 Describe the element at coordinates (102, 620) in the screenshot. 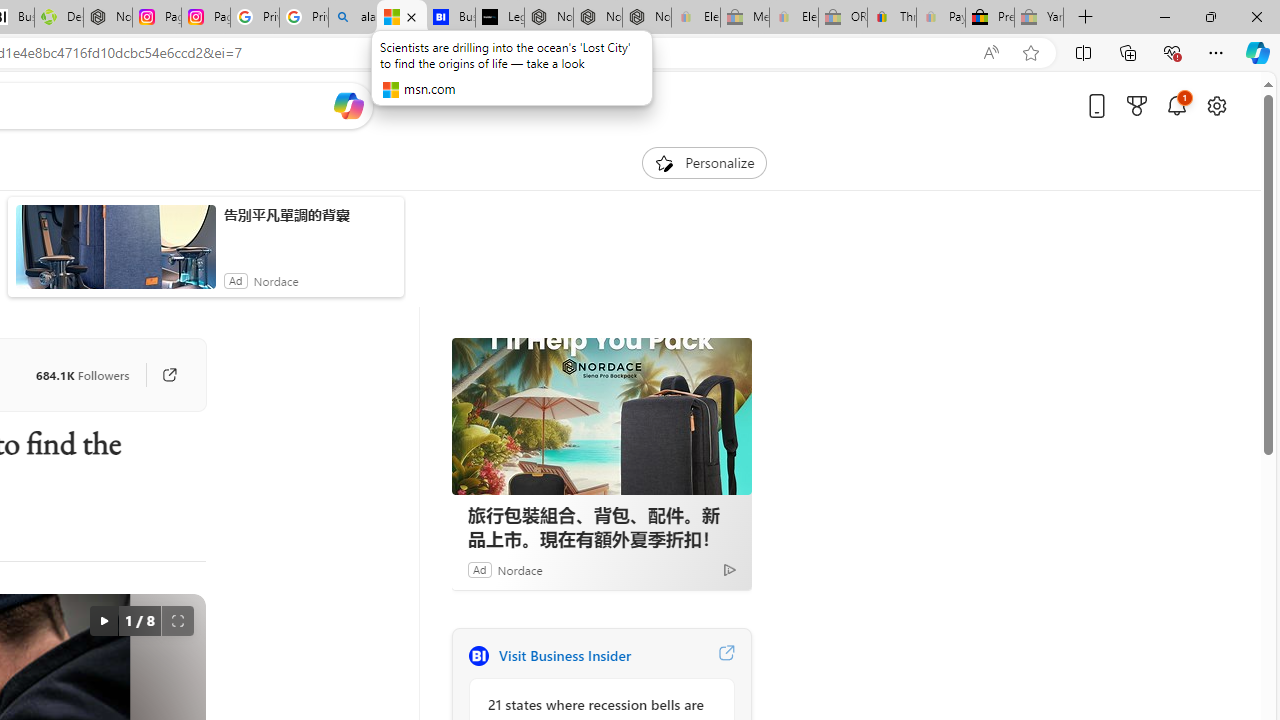

I see `'autorotate button'` at that location.